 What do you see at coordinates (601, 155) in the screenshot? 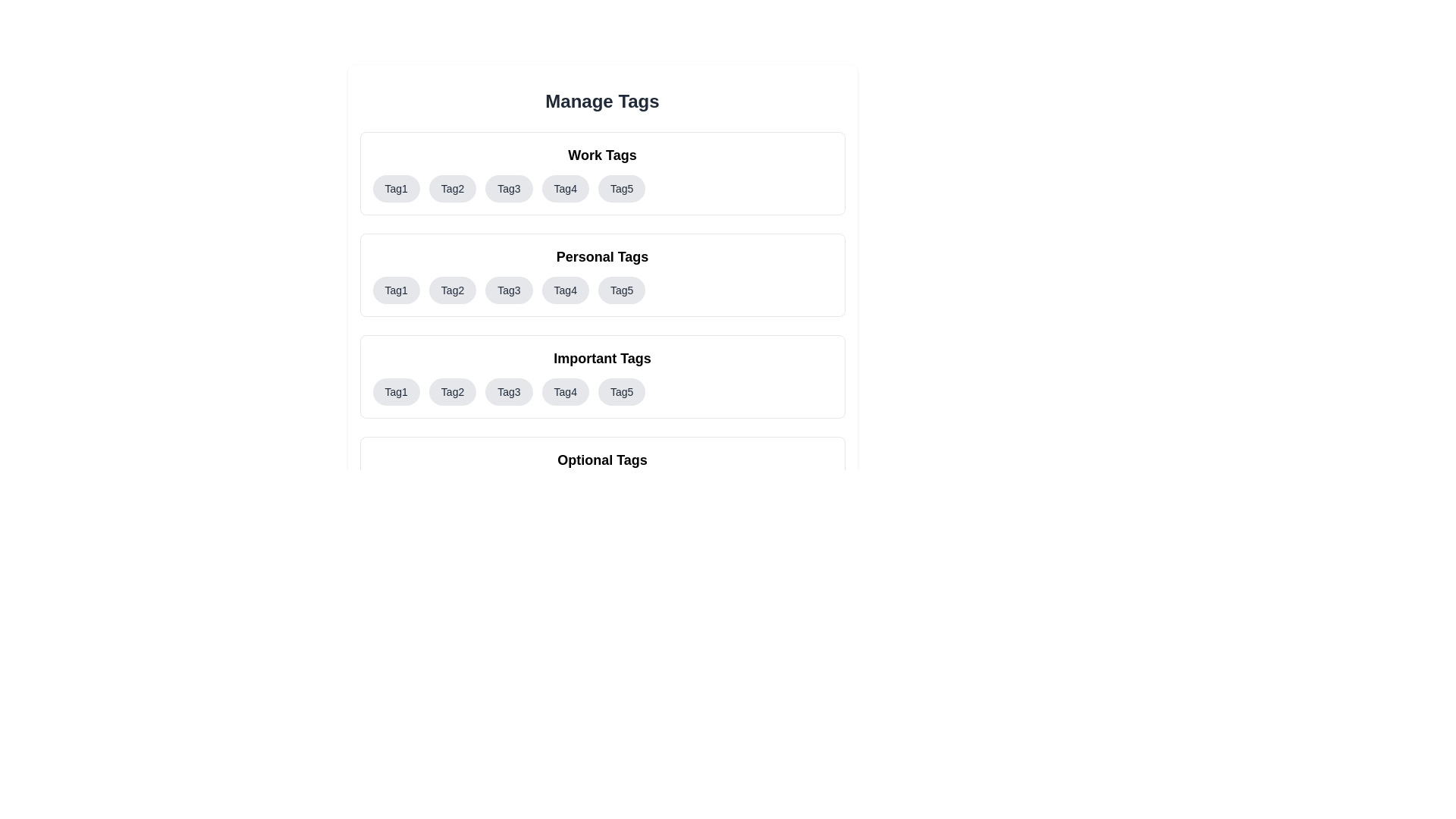
I see `the static text label displaying 'Work Tags', which serves as a section title and is positioned above the tag buttons` at bounding box center [601, 155].